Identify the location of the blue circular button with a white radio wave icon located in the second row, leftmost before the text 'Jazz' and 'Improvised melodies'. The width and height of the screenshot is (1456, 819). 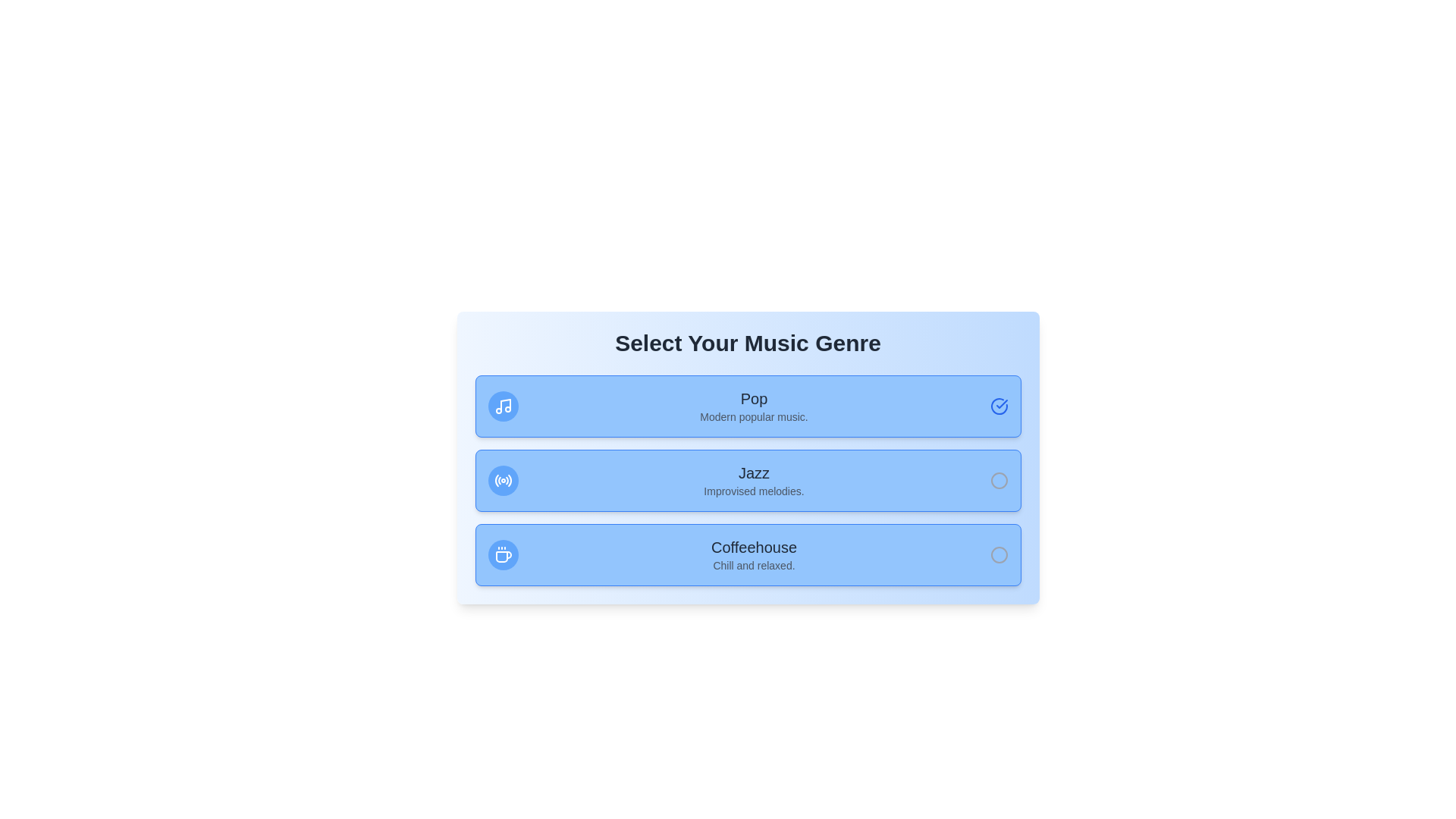
(503, 480).